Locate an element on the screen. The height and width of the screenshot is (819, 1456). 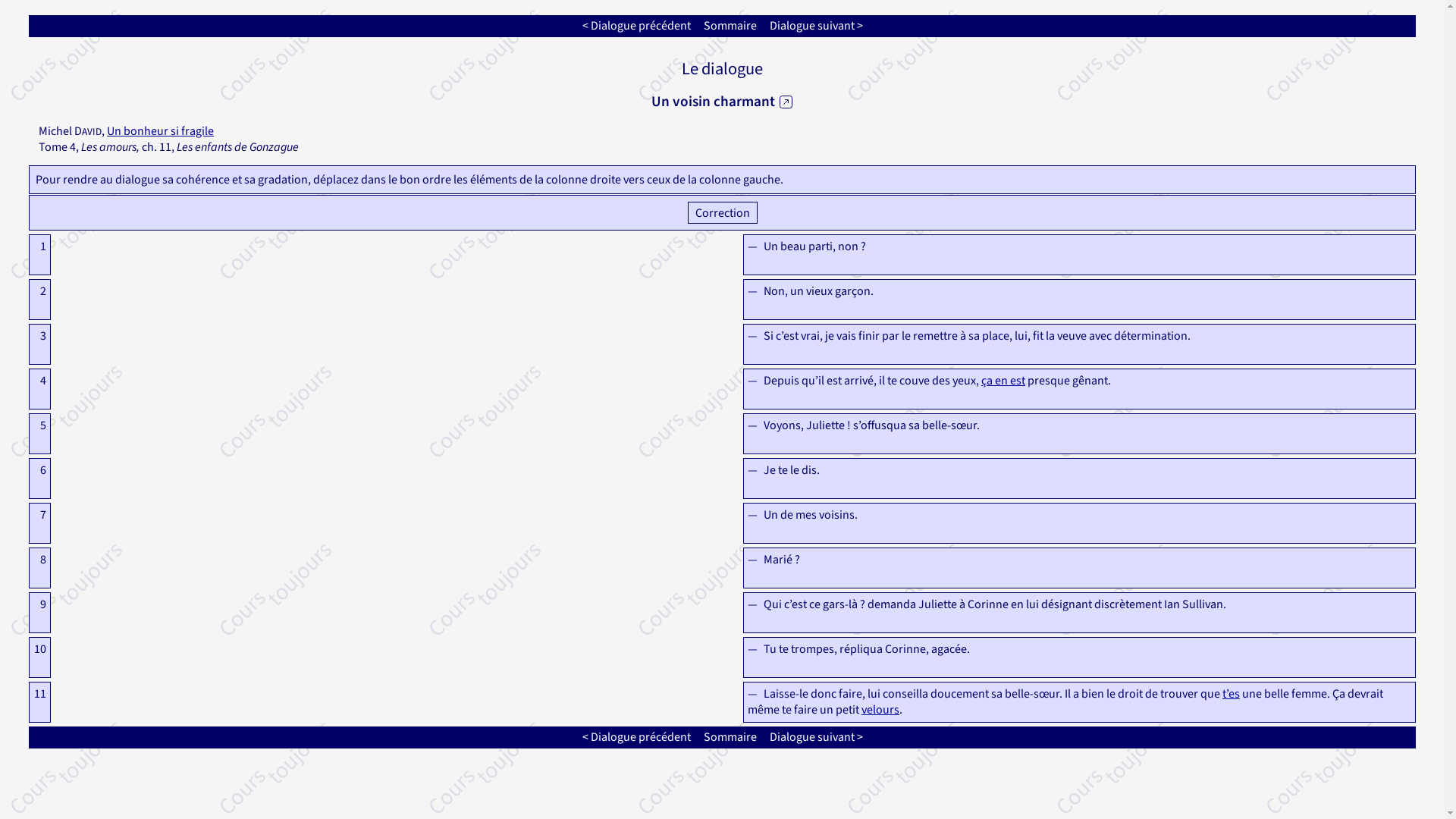
'velours' is located at coordinates (880, 710).